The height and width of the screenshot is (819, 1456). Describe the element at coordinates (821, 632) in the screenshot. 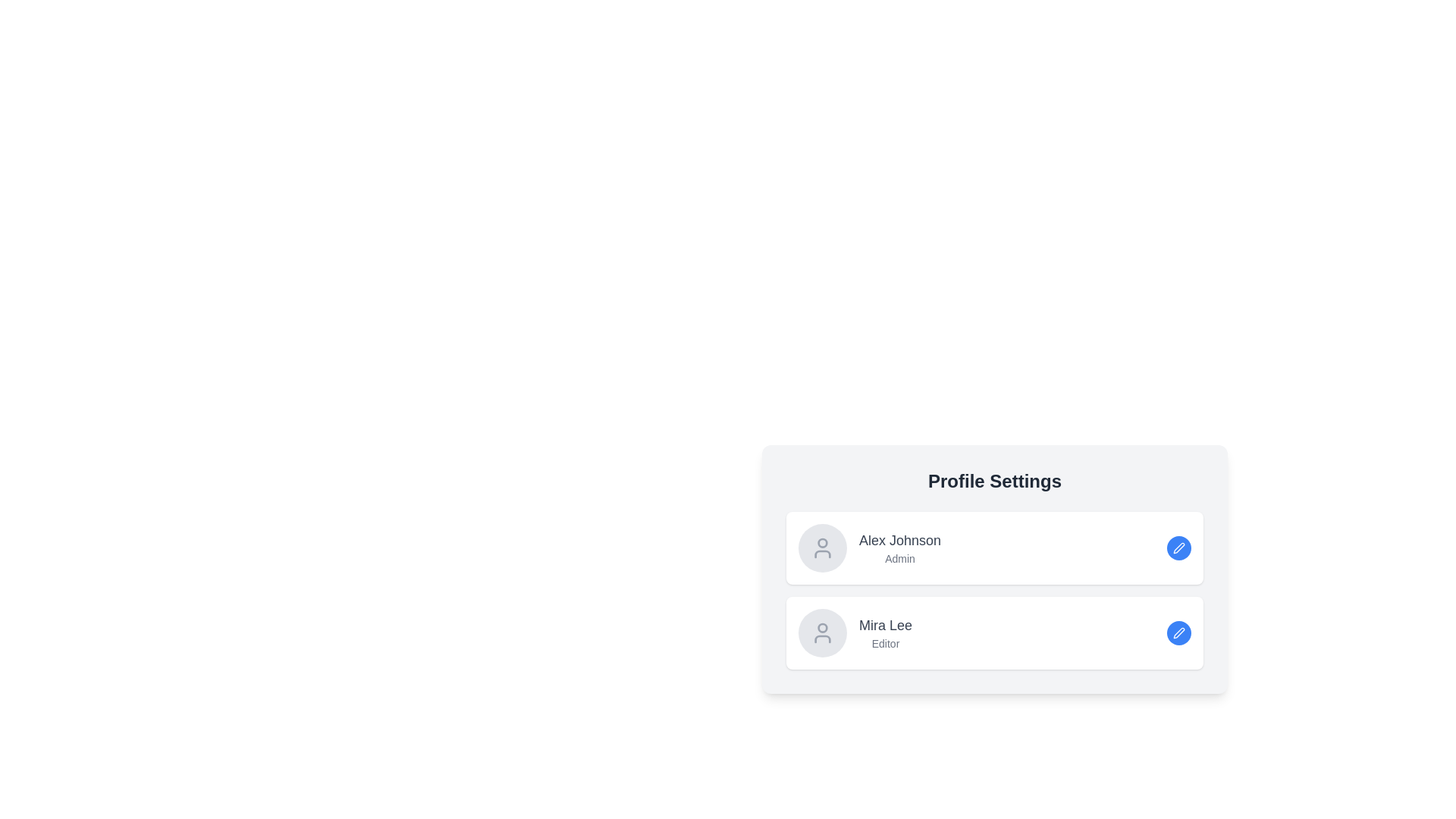

I see `the Avatar Placeholder representing the user 'Mira Lee Editor' in the 'Profile Settings' section, located to the left of the profile card` at that location.